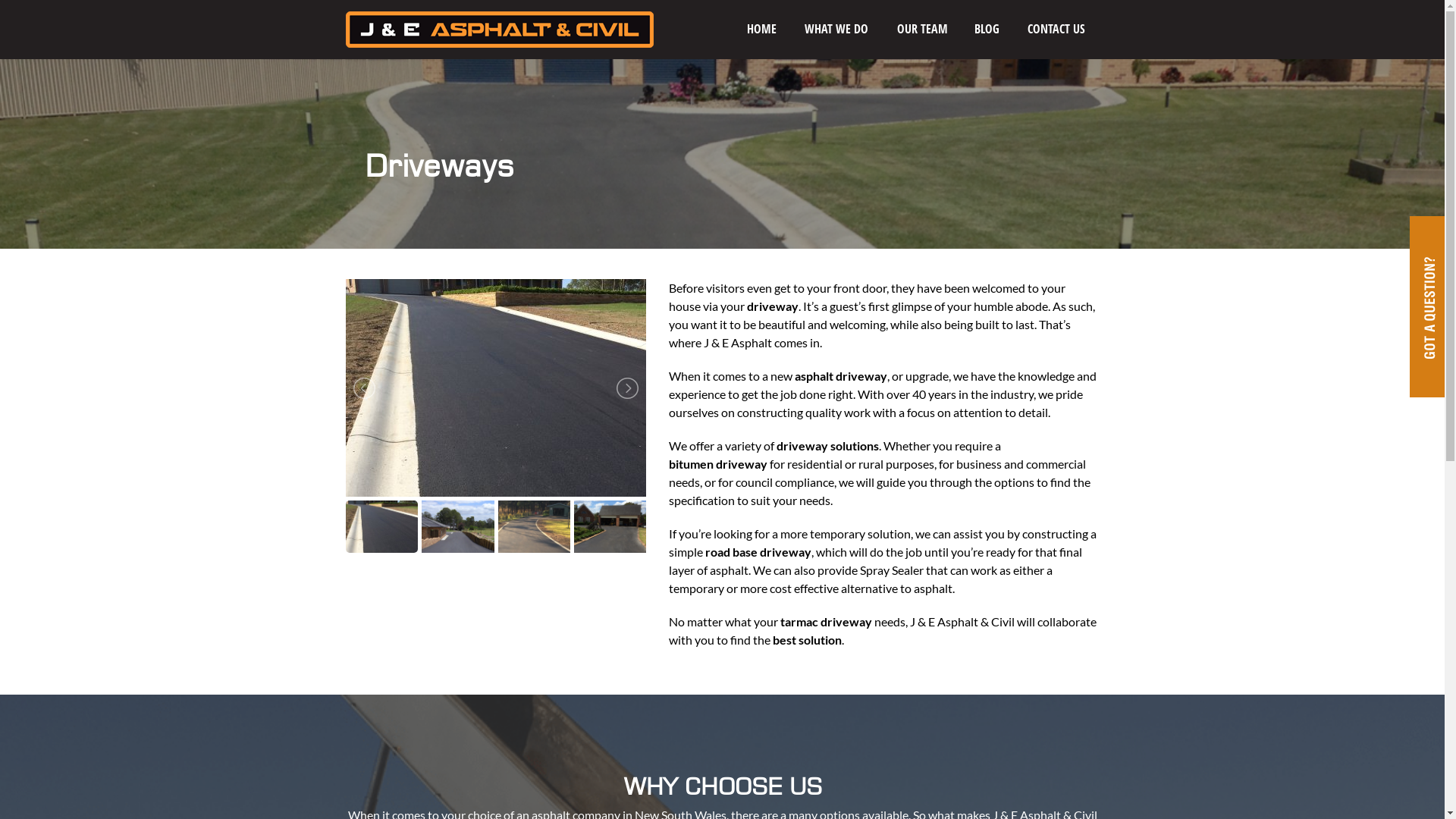  What do you see at coordinates (1015, 29) in the screenshot?
I see `'CONTACT US'` at bounding box center [1015, 29].